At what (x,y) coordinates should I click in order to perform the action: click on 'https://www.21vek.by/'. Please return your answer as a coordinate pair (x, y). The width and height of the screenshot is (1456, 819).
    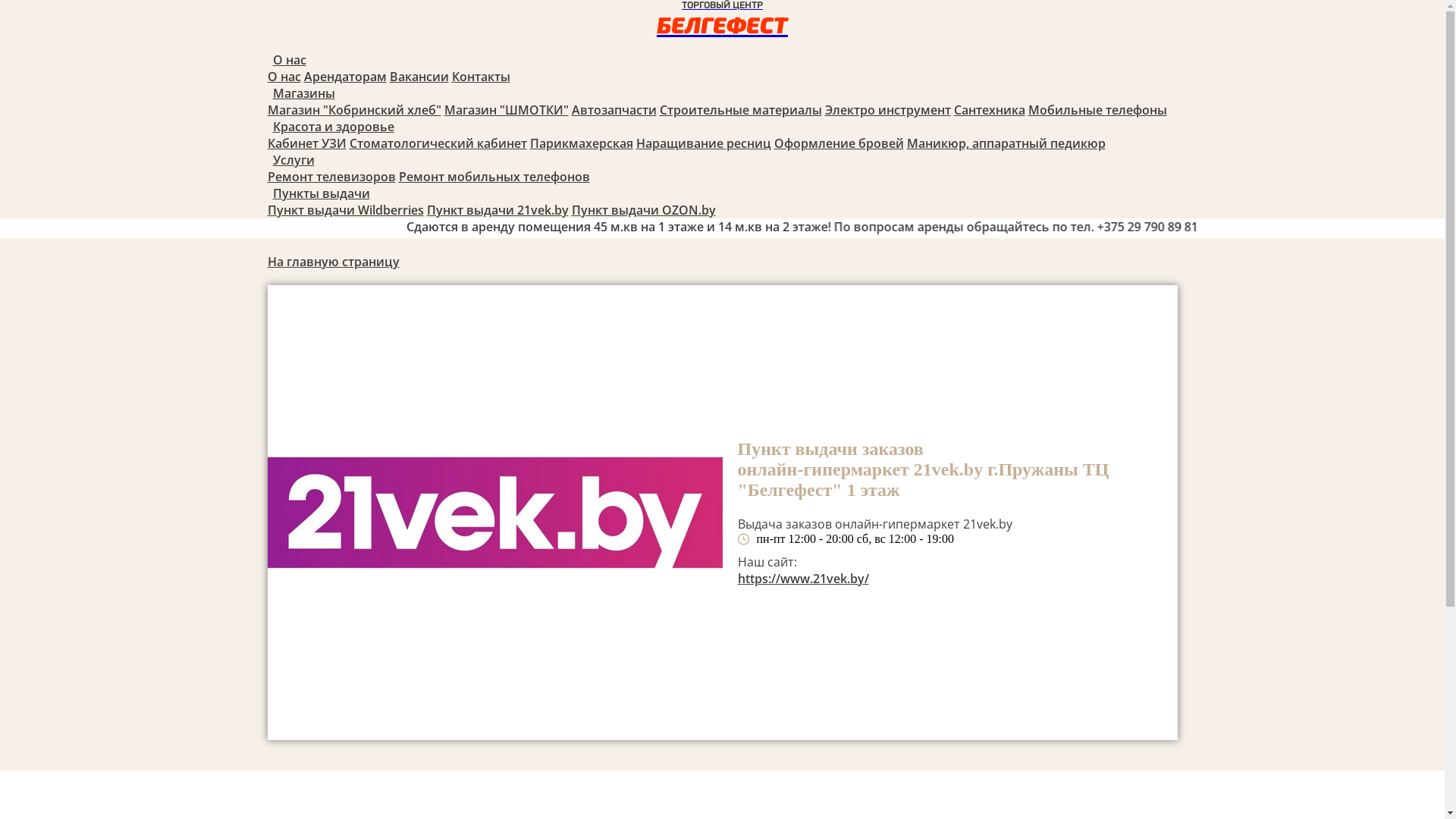
    Looking at the image, I should click on (802, 579).